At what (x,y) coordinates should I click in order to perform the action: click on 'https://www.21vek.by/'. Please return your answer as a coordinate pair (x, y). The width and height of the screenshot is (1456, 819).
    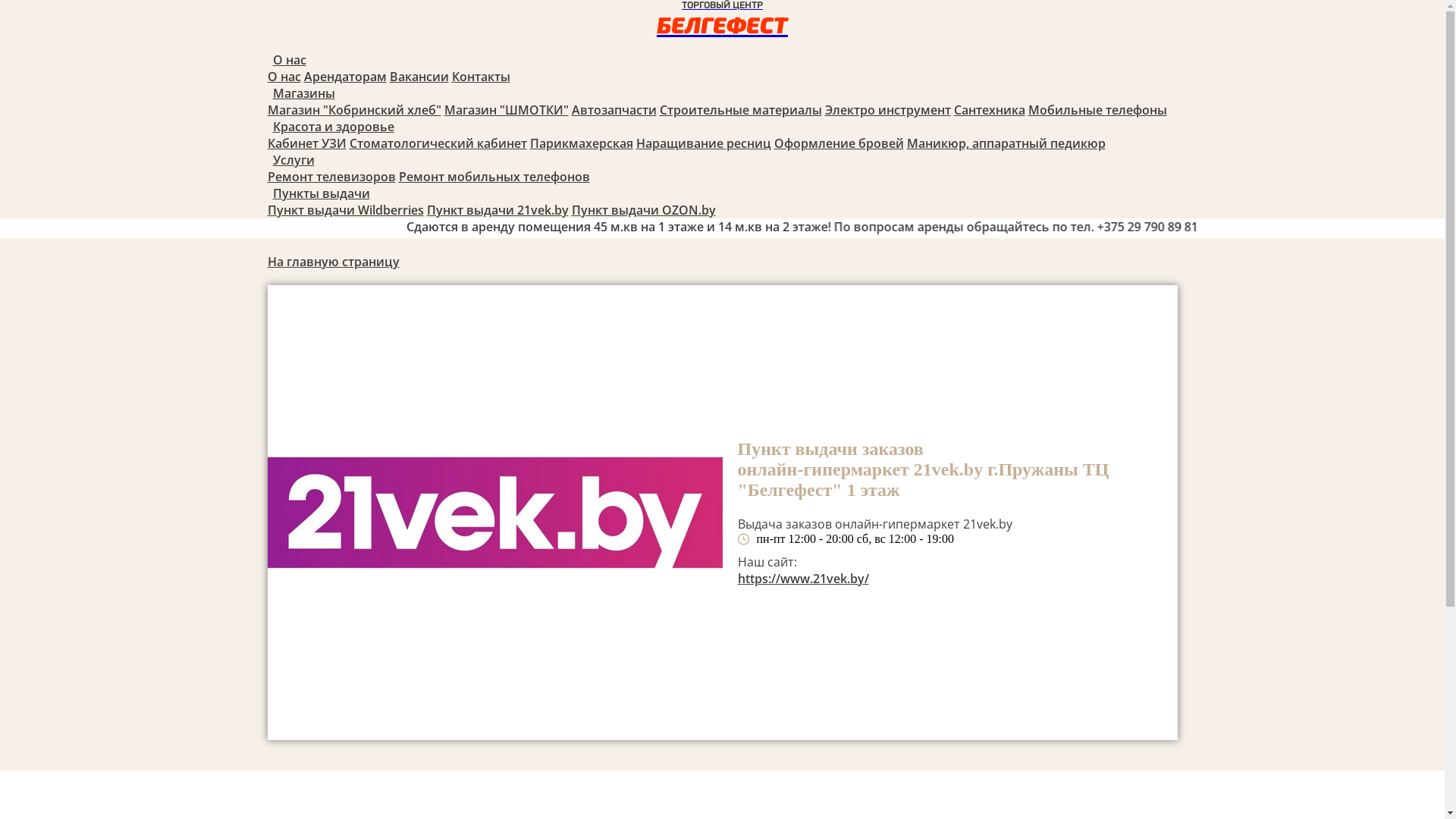
    Looking at the image, I should click on (802, 579).